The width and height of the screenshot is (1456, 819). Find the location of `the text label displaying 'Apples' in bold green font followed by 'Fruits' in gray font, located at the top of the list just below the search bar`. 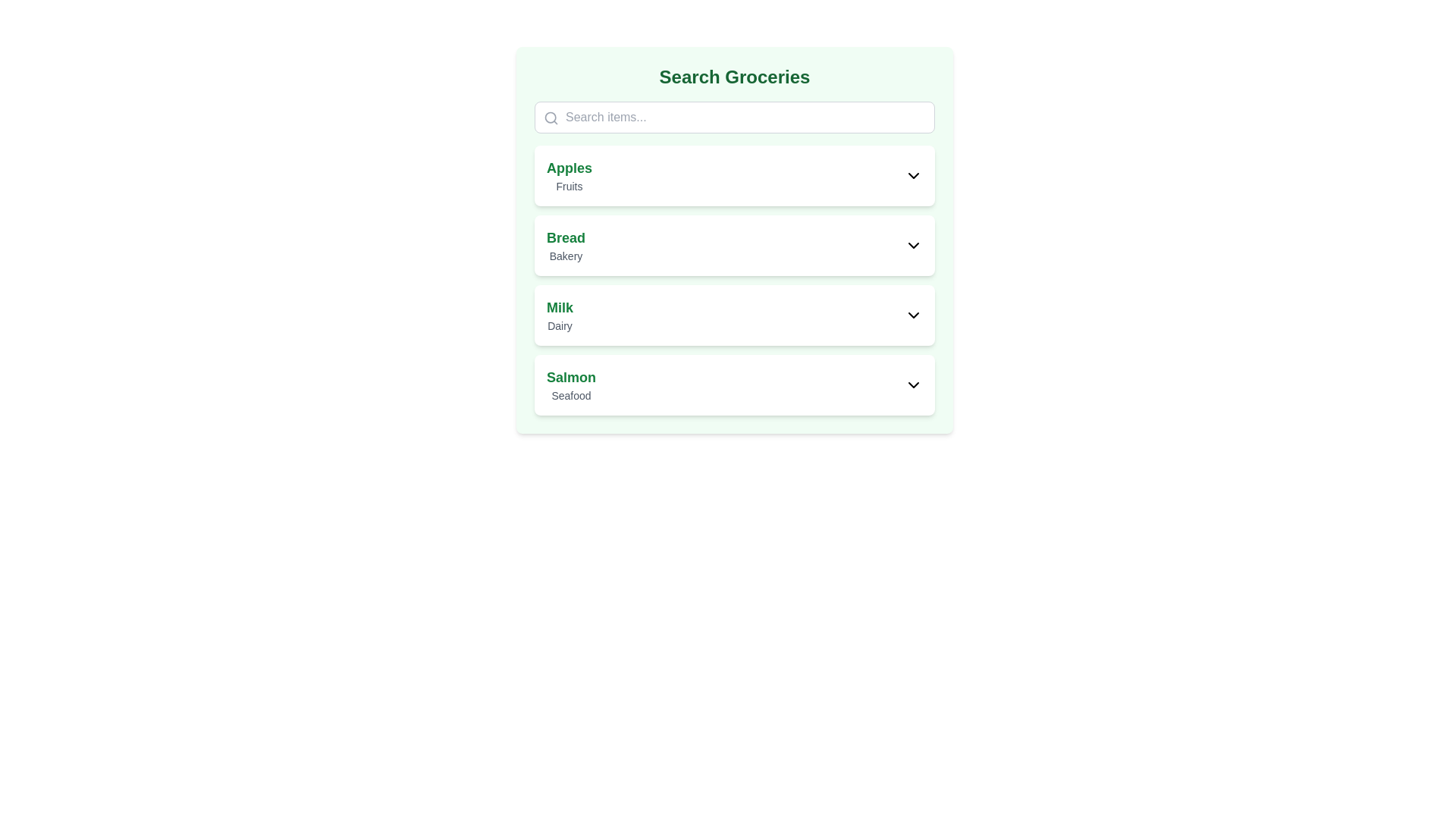

the text label displaying 'Apples' in bold green font followed by 'Fruits' in gray font, located at the top of the list just below the search bar is located at coordinates (569, 174).